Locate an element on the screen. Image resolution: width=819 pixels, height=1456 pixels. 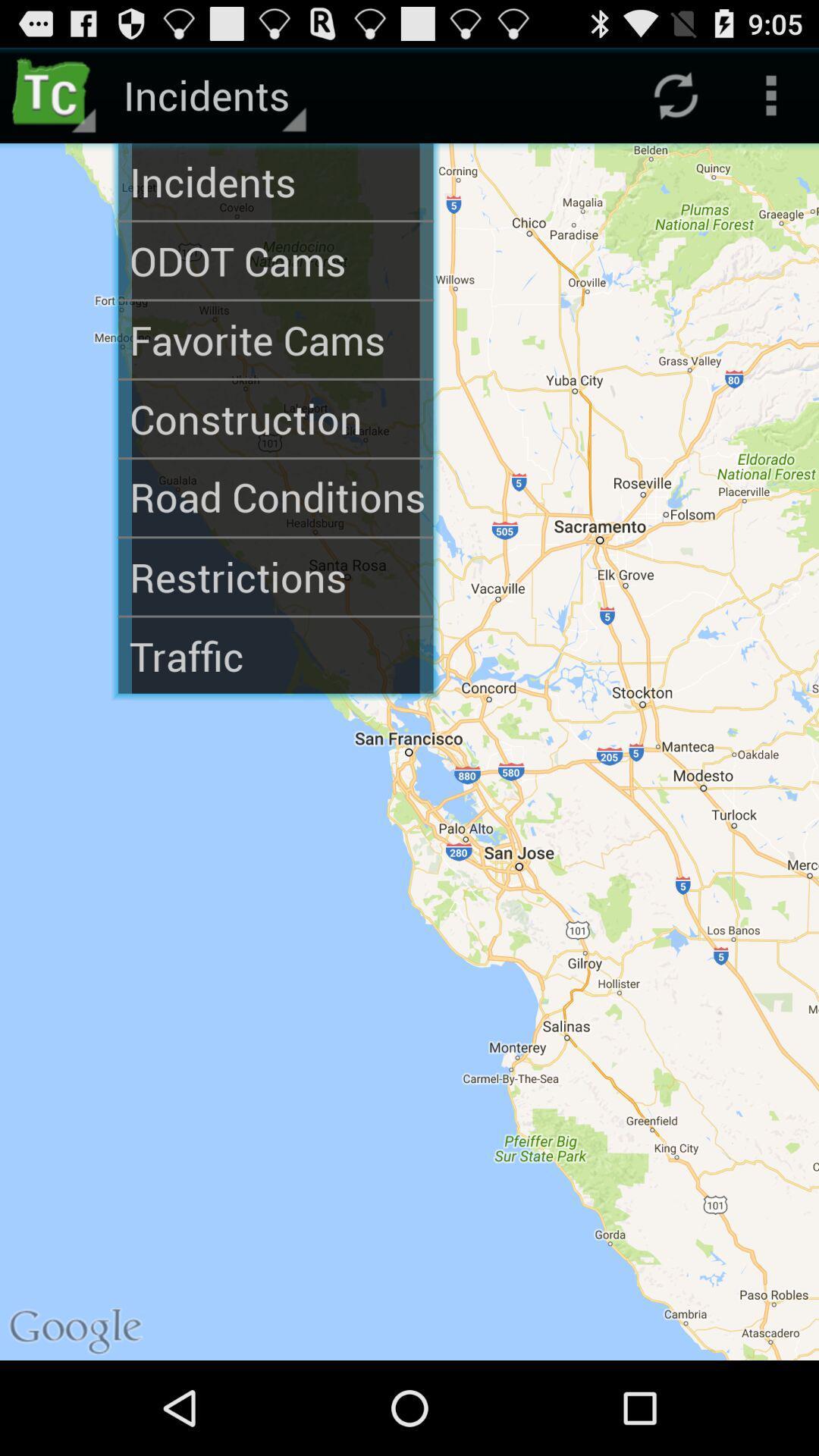
traffic is located at coordinates (275, 656).